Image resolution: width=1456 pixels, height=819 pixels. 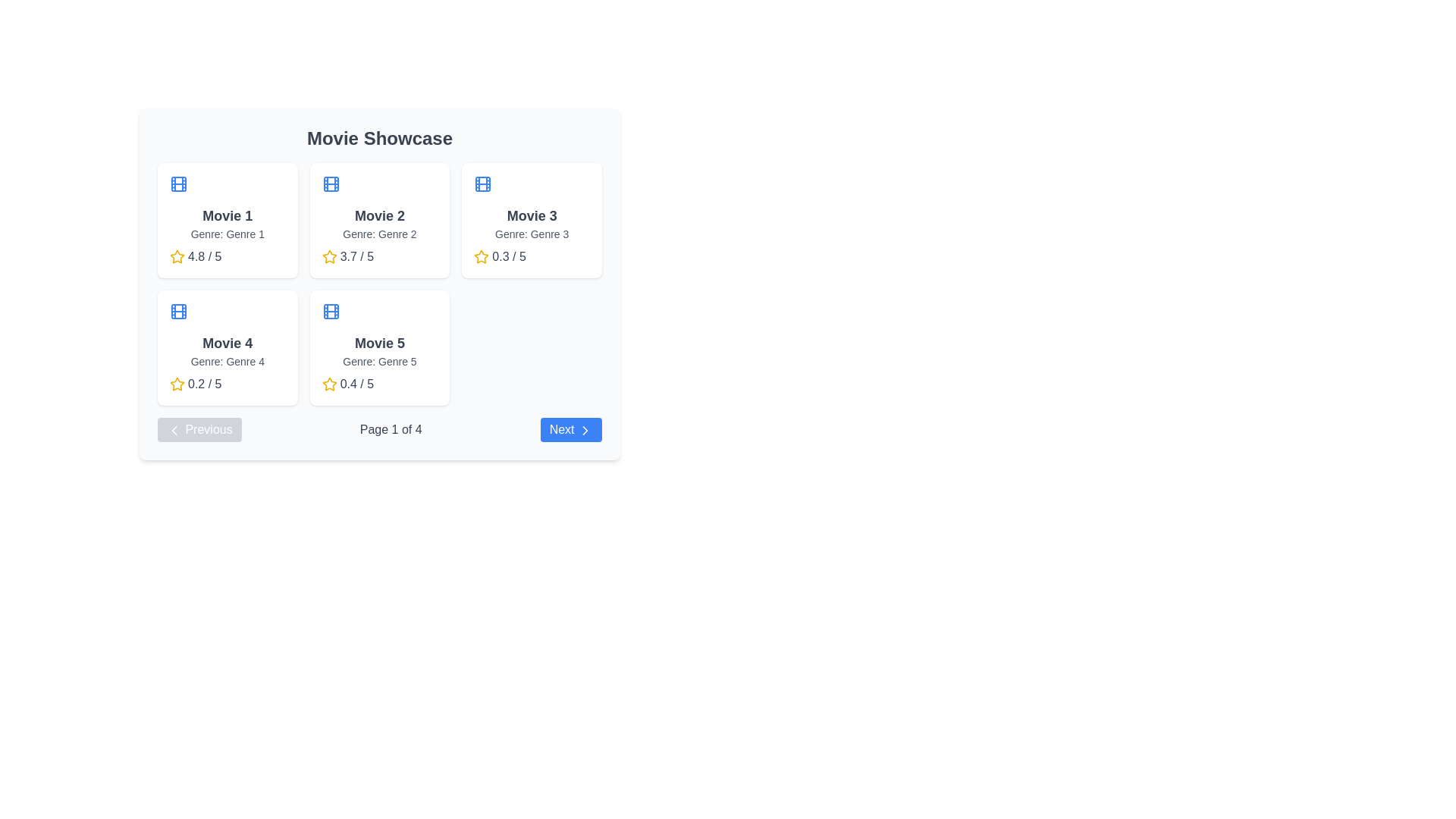 I want to click on on the text element displaying 'Movie 4', which is styled in a large bold gray font and located in the second row, first column of the movie cards layout, so click(x=227, y=343).